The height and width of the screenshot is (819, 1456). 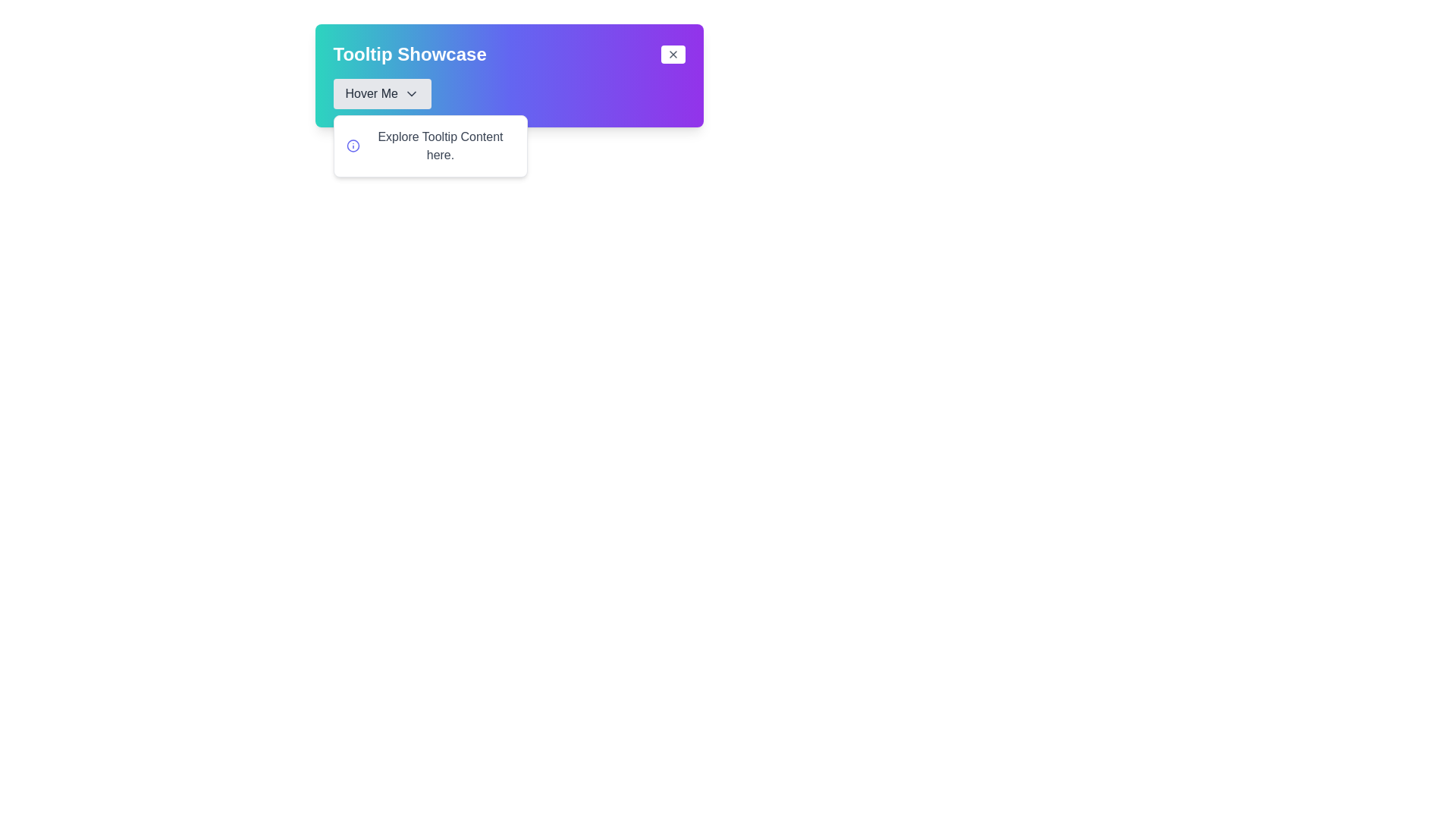 What do you see at coordinates (509, 93) in the screenshot?
I see `the 'Hover Me' button in the Interactive Button Group located under the 'Tooltip Showcase' title` at bounding box center [509, 93].